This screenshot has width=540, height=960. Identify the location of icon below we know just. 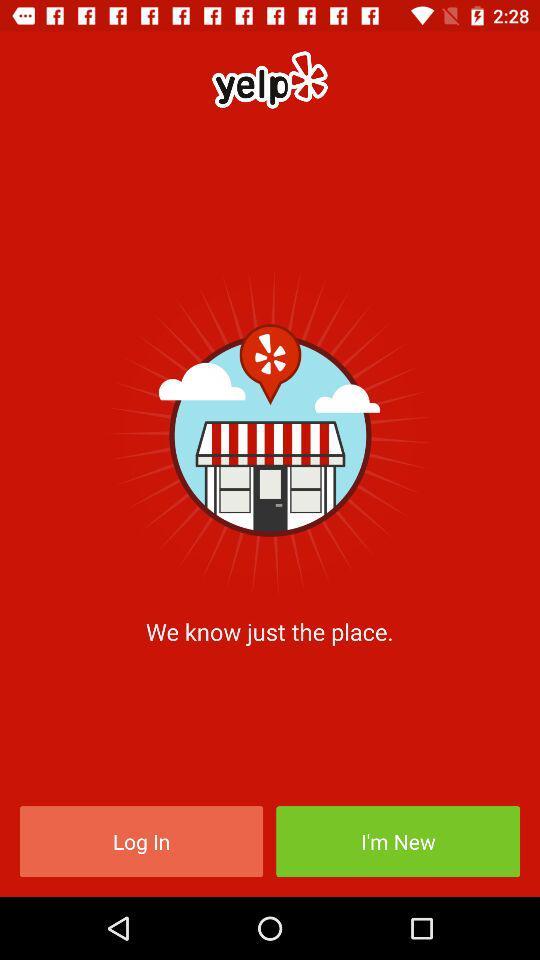
(140, 840).